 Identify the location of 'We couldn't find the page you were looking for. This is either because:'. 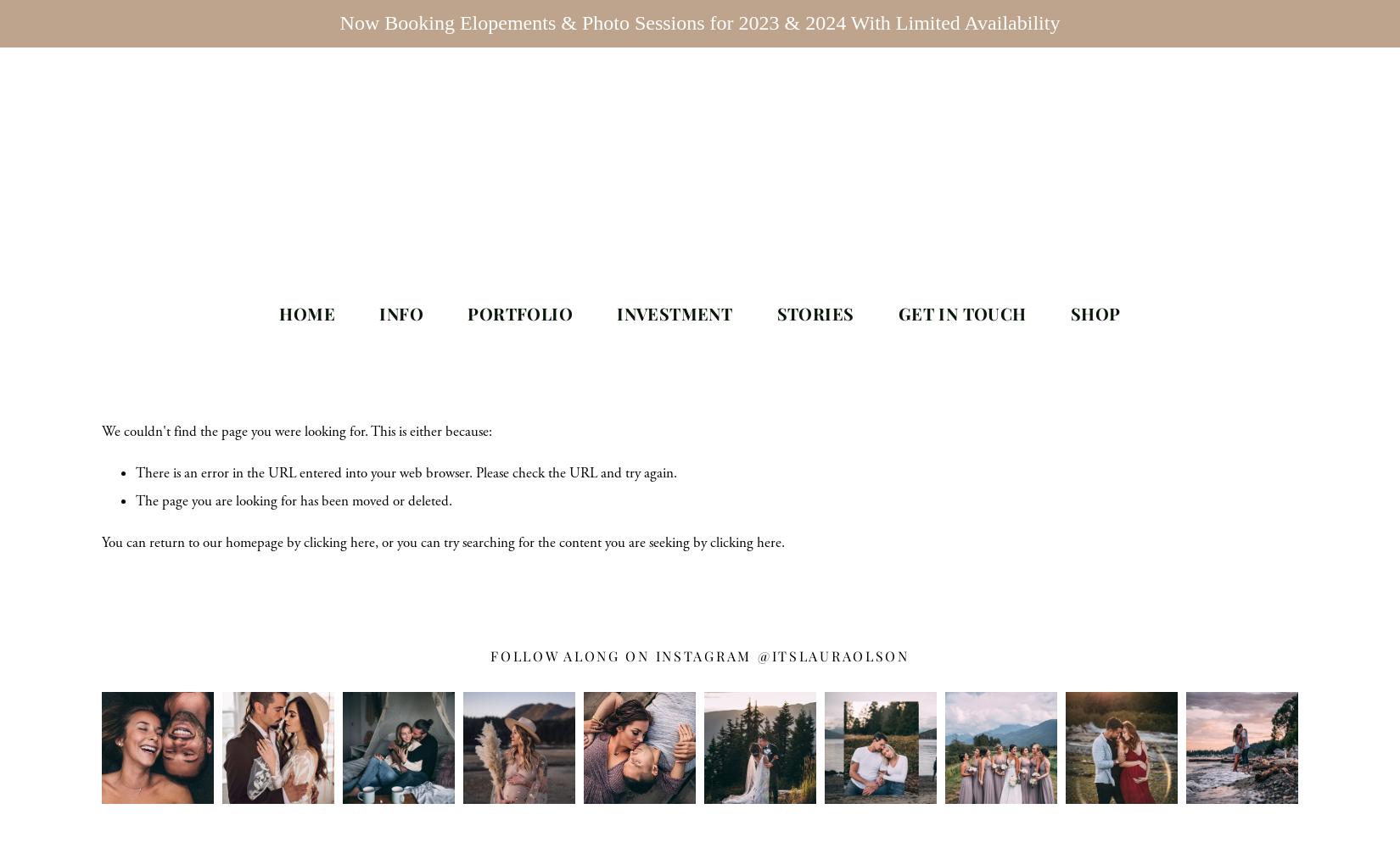
(101, 432).